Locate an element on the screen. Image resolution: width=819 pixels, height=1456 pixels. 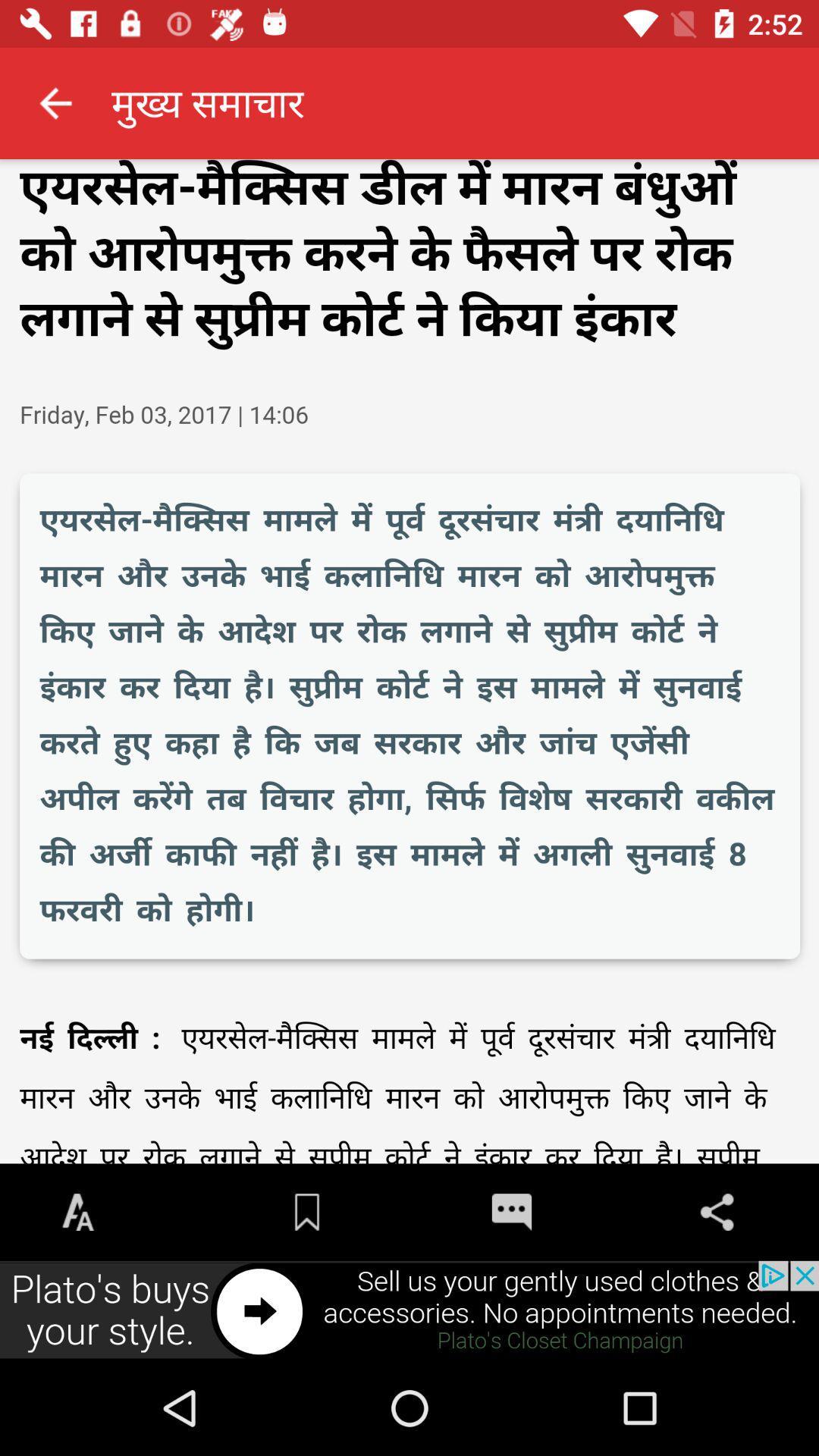
the share icon is located at coordinates (717, 1211).